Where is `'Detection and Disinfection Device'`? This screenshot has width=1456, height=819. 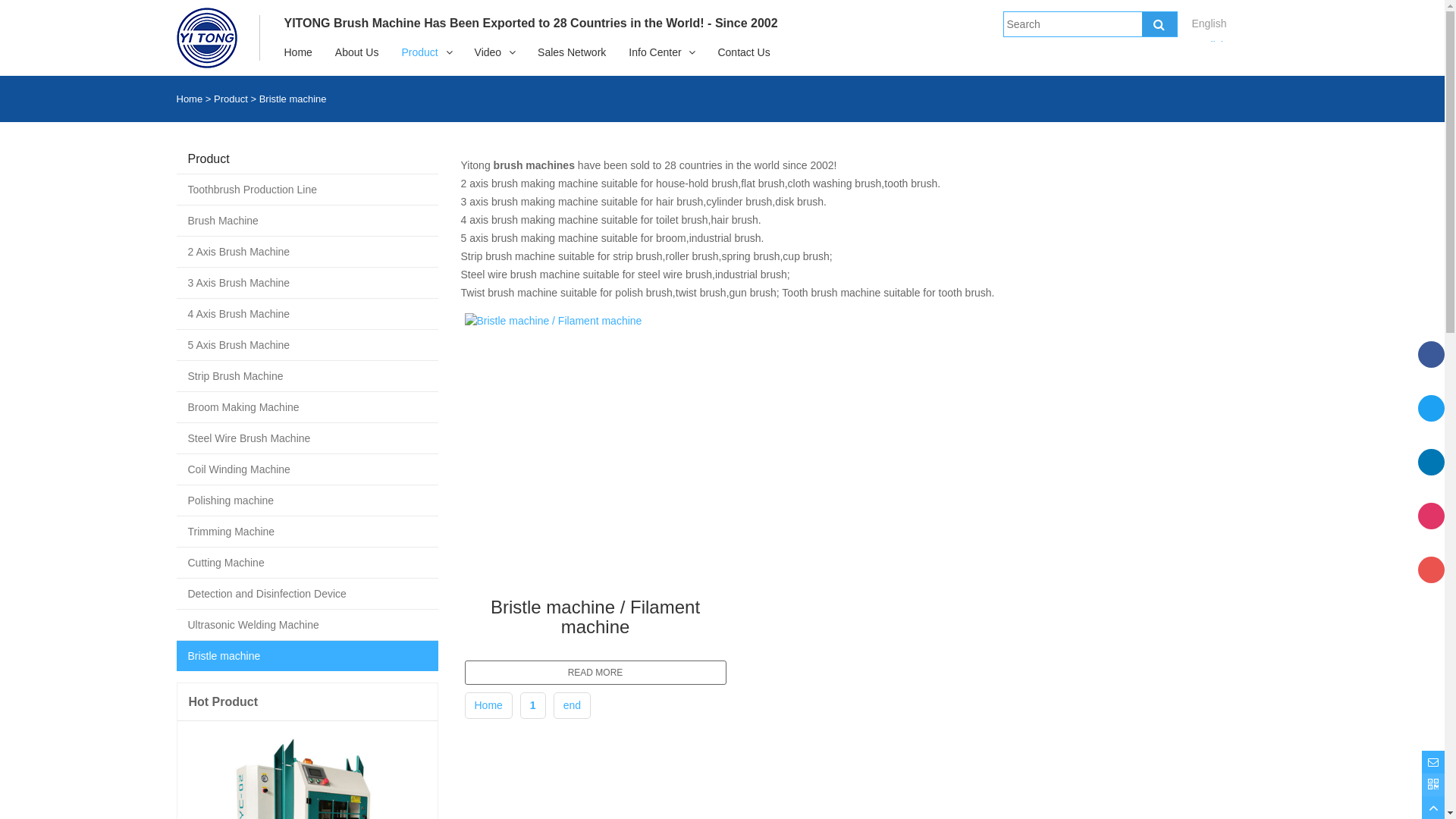 'Detection and Disinfection Device' is located at coordinates (306, 593).